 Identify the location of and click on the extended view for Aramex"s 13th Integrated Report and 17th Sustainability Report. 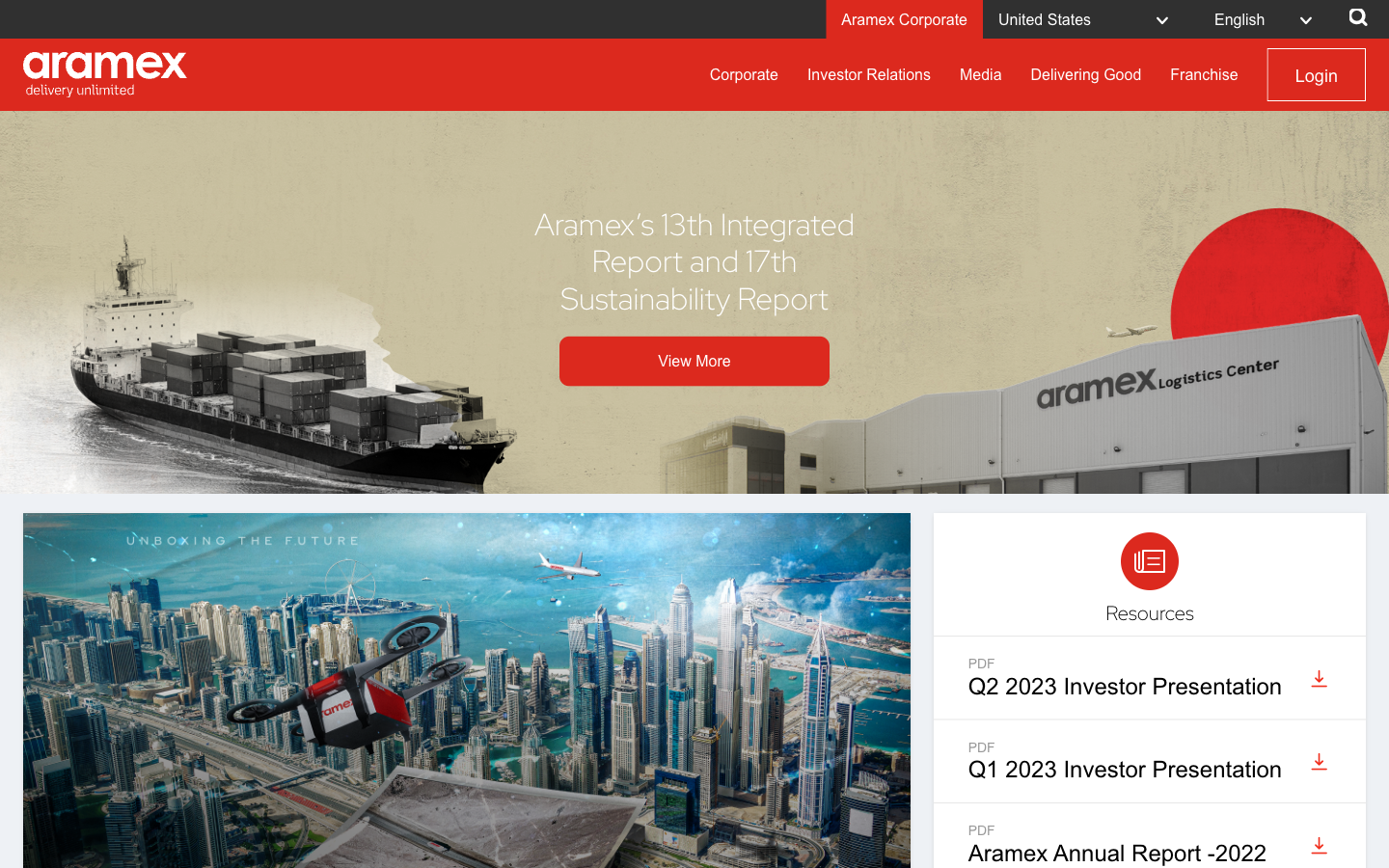
(694, 361).